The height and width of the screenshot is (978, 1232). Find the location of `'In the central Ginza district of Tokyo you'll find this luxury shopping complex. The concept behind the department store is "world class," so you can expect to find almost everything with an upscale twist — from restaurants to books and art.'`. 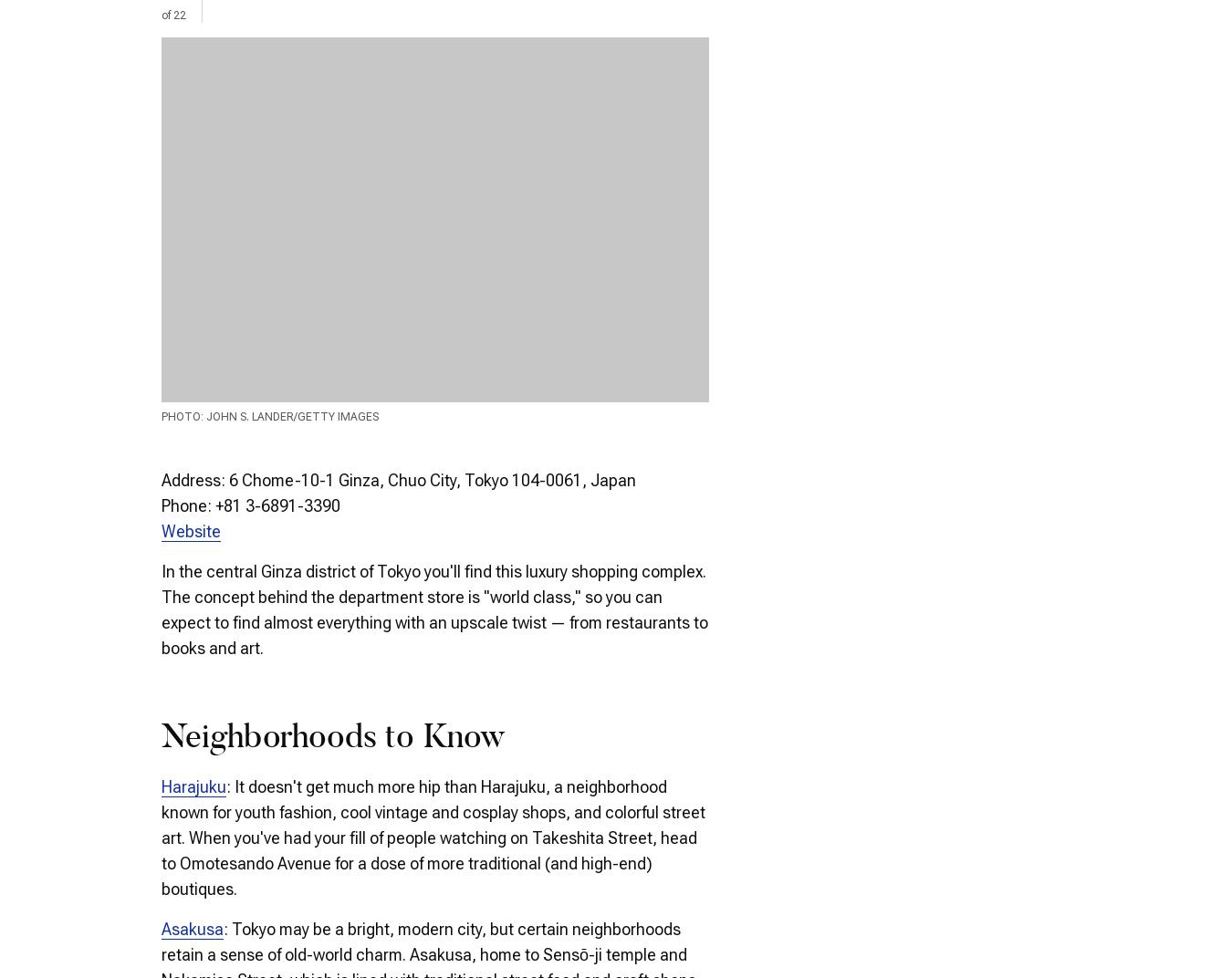

'In the central Ginza district of Tokyo you'll find this luxury shopping complex. The concept behind the department store is "world class," so you can expect to find almost everything with an upscale twist — from restaurants to books and art.' is located at coordinates (433, 609).